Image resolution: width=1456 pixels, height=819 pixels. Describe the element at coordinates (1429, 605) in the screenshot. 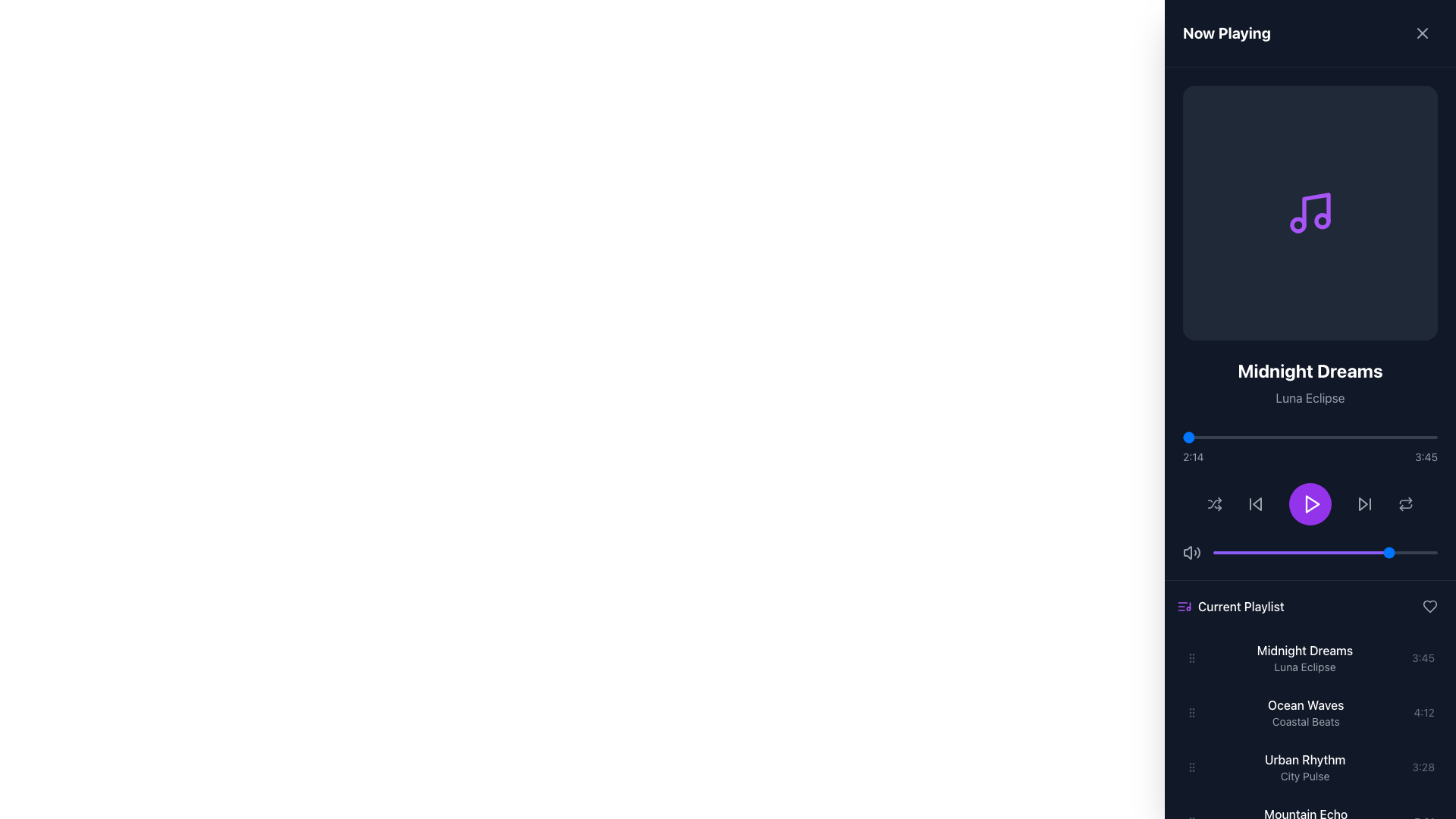

I see `the favorite icon located on the right side of the 'Current Playlist' section to mark or unmark the associated item as a favorite` at that location.